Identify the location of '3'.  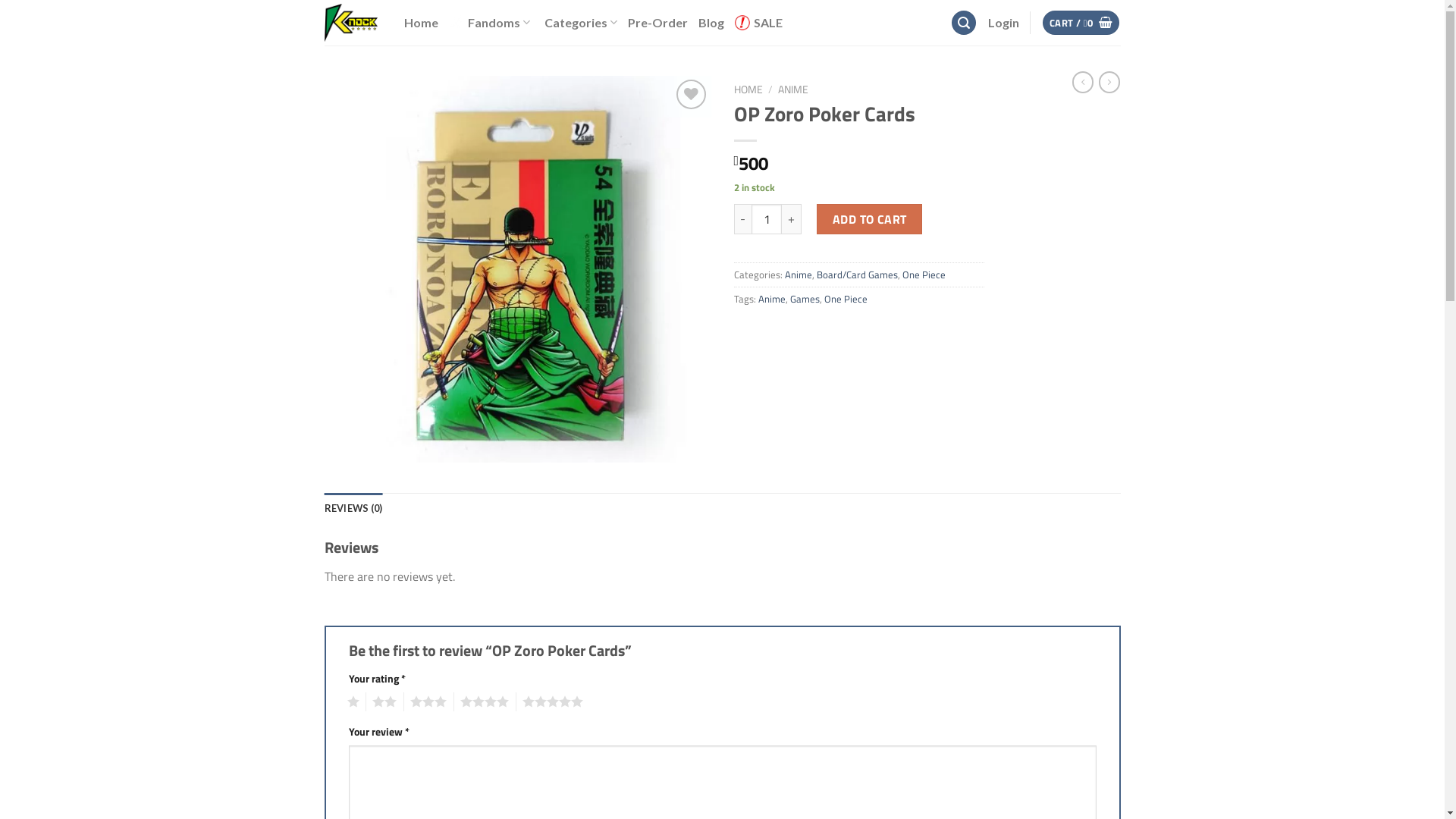
(425, 701).